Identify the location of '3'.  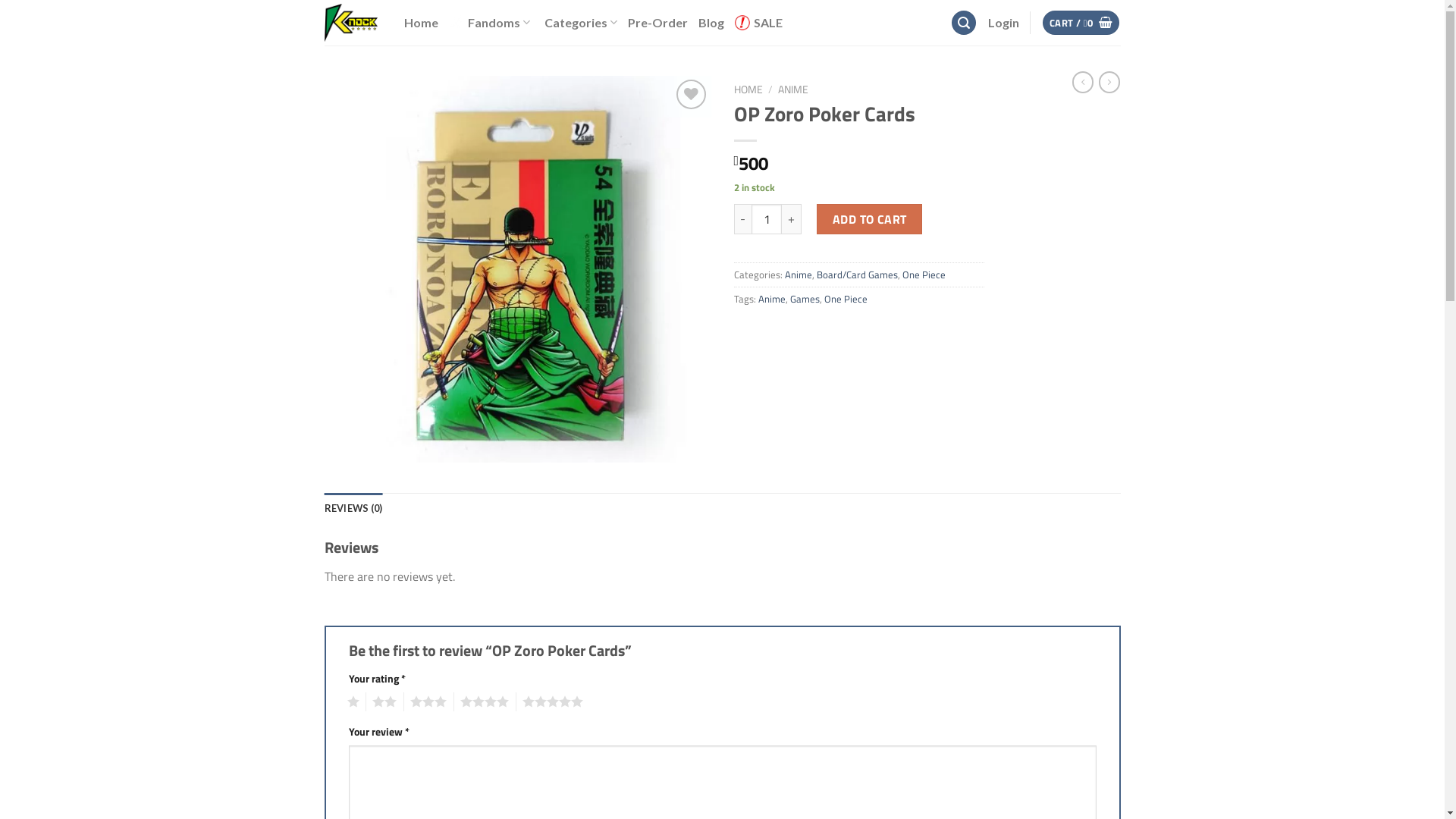
(425, 701).